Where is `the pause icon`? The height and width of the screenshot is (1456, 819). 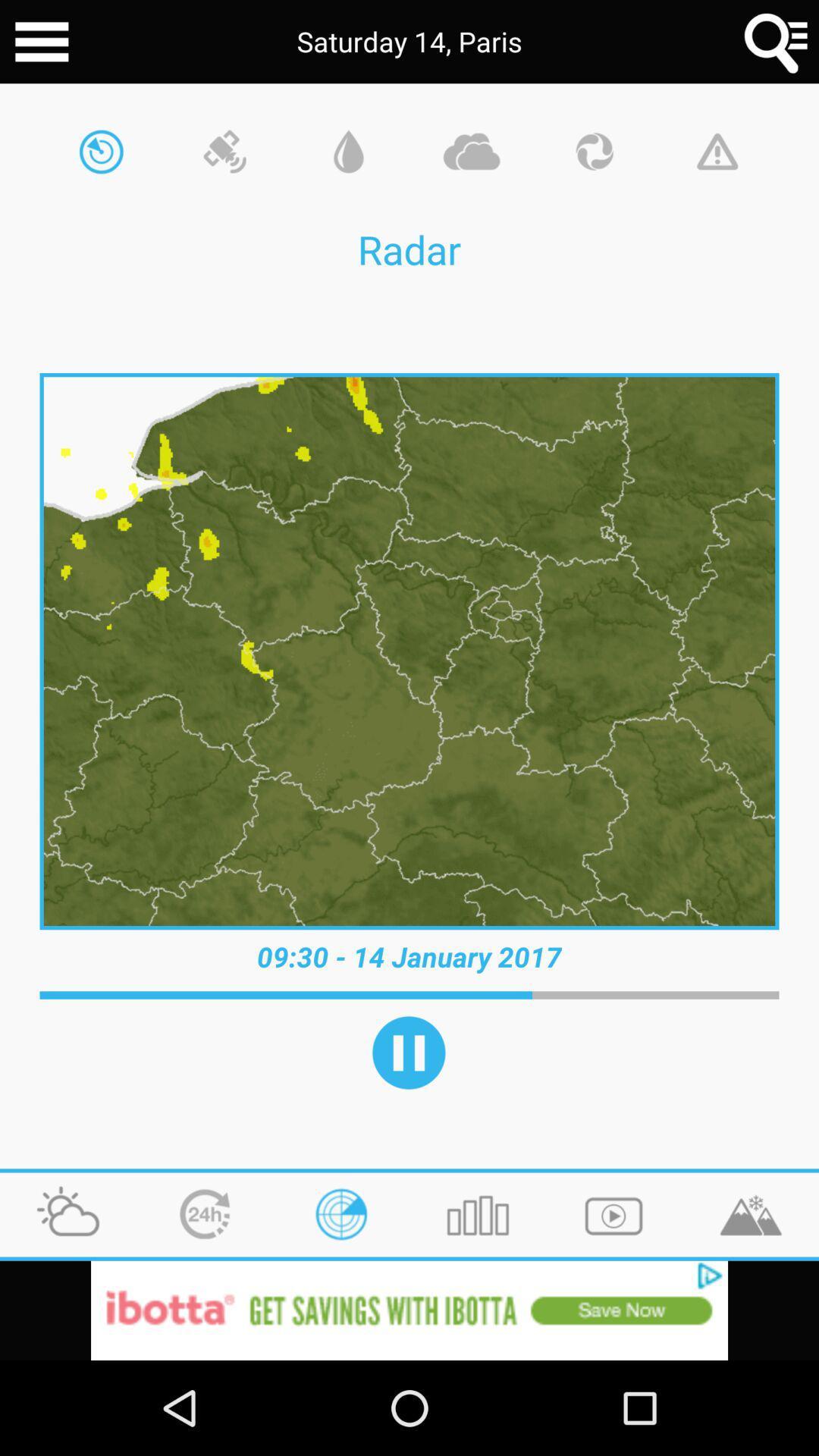
the pause icon is located at coordinates (408, 1127).